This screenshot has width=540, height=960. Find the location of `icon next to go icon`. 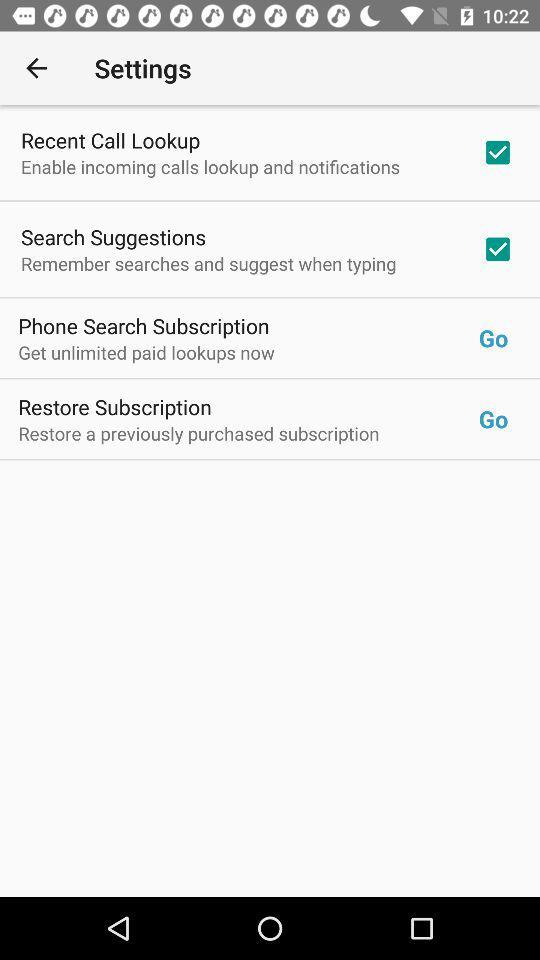

icon next to go icon is located at coordinates (143, 325).